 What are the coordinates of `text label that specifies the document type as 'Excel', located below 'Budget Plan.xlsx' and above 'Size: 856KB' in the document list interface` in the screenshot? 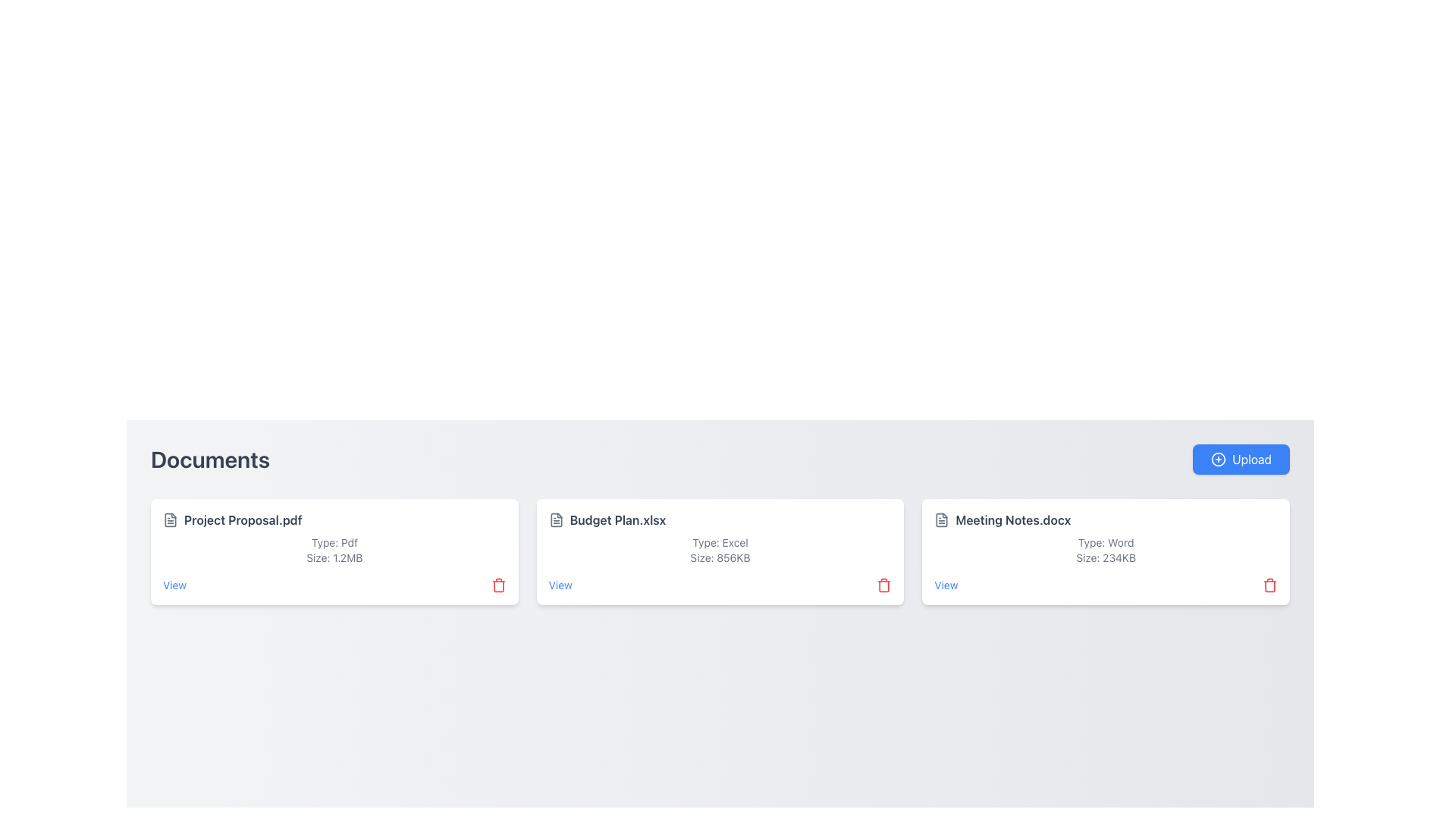 It's located at (720, 542).